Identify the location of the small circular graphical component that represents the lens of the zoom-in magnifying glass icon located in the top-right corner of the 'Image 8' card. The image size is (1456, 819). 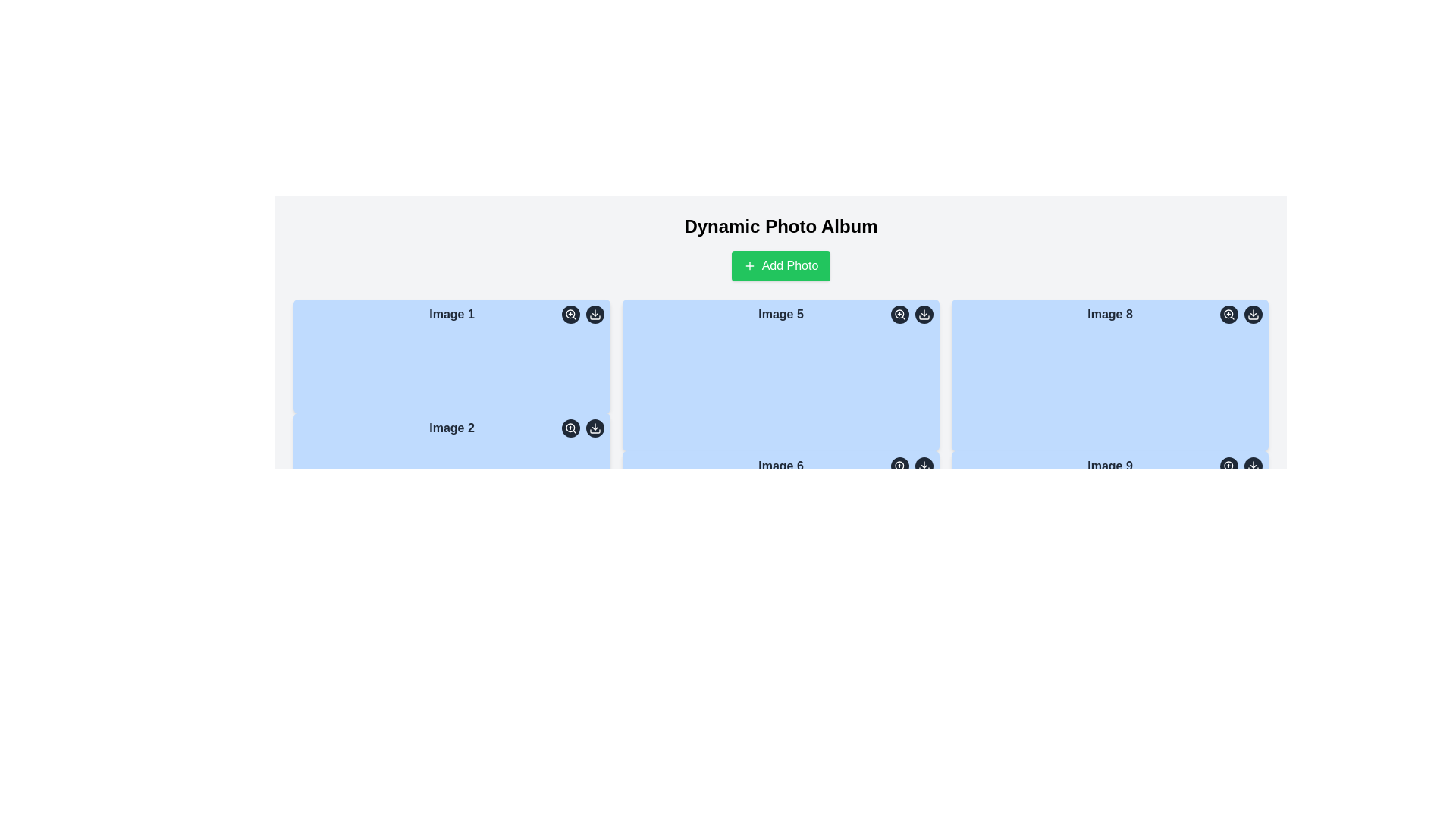
(1228, 313).